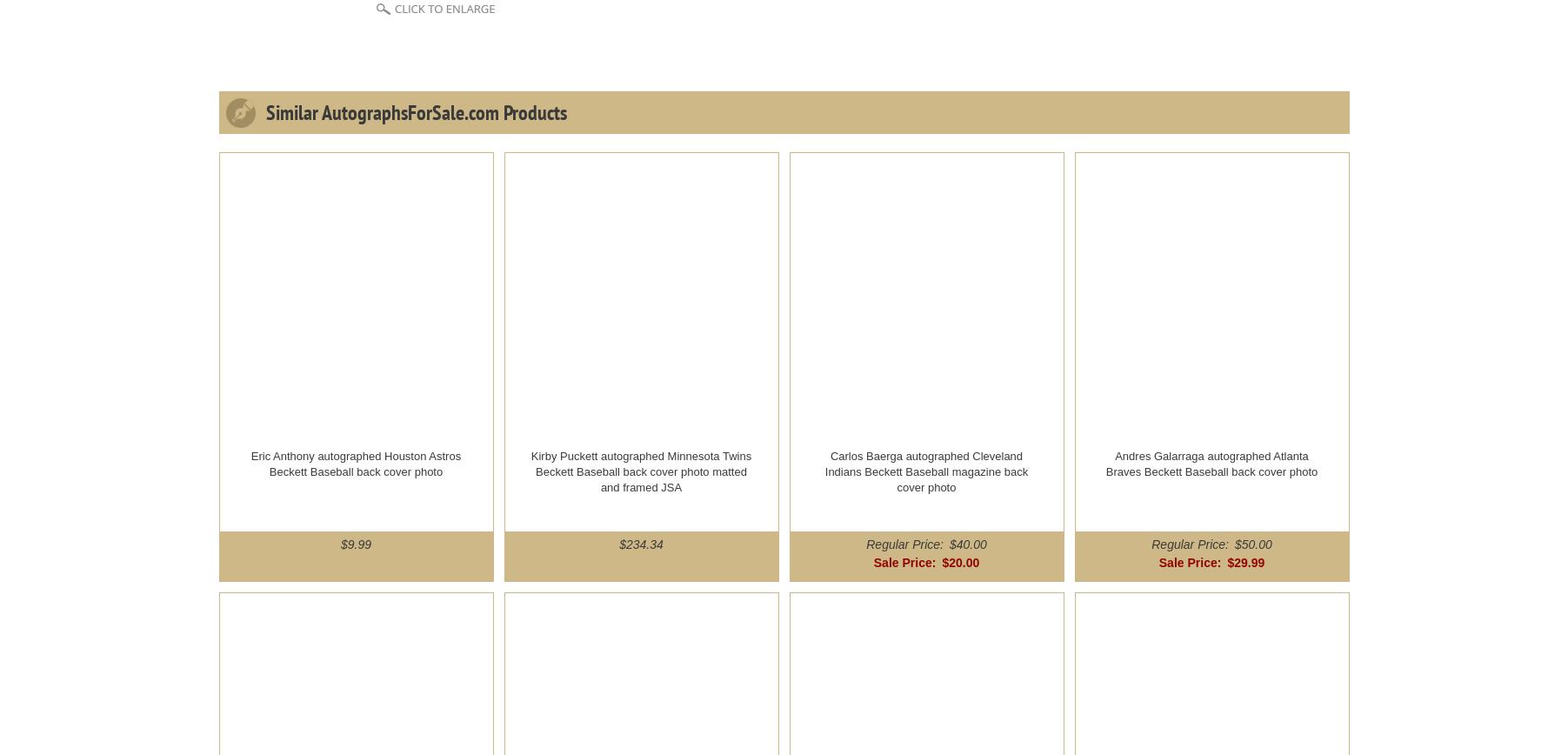 This screenshot has width=1568, height=755. What do you see at coordinates (1233, 543) in the screenshot?
I see `'$50.00'` at bounding box center [1233, 543].